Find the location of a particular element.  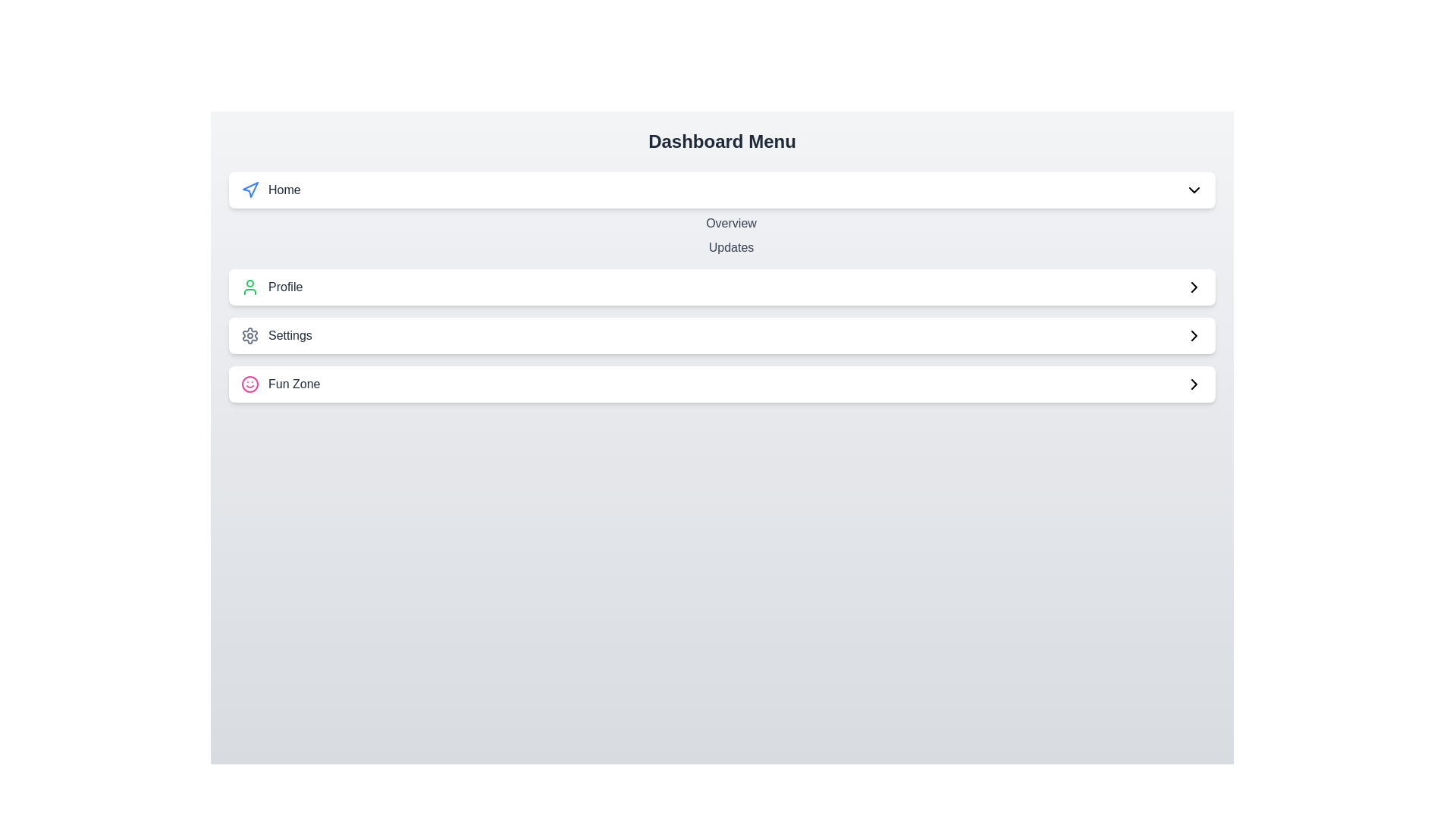

the profile icon located in the second row of the sidebar menu, positioned to the left of the text label 'Profile.' is located at coordinates (250, 287).